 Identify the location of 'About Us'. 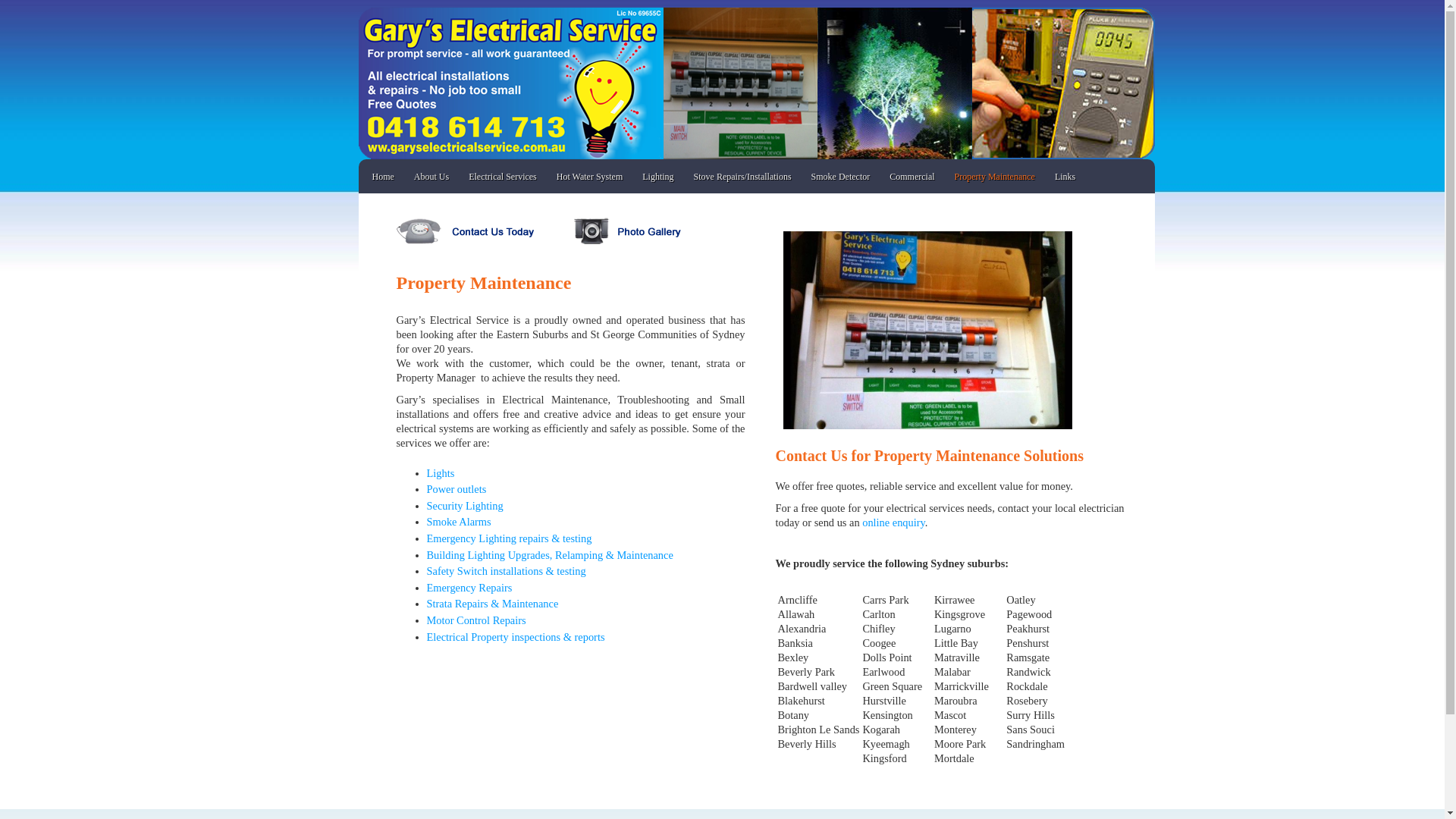
(431, 176).